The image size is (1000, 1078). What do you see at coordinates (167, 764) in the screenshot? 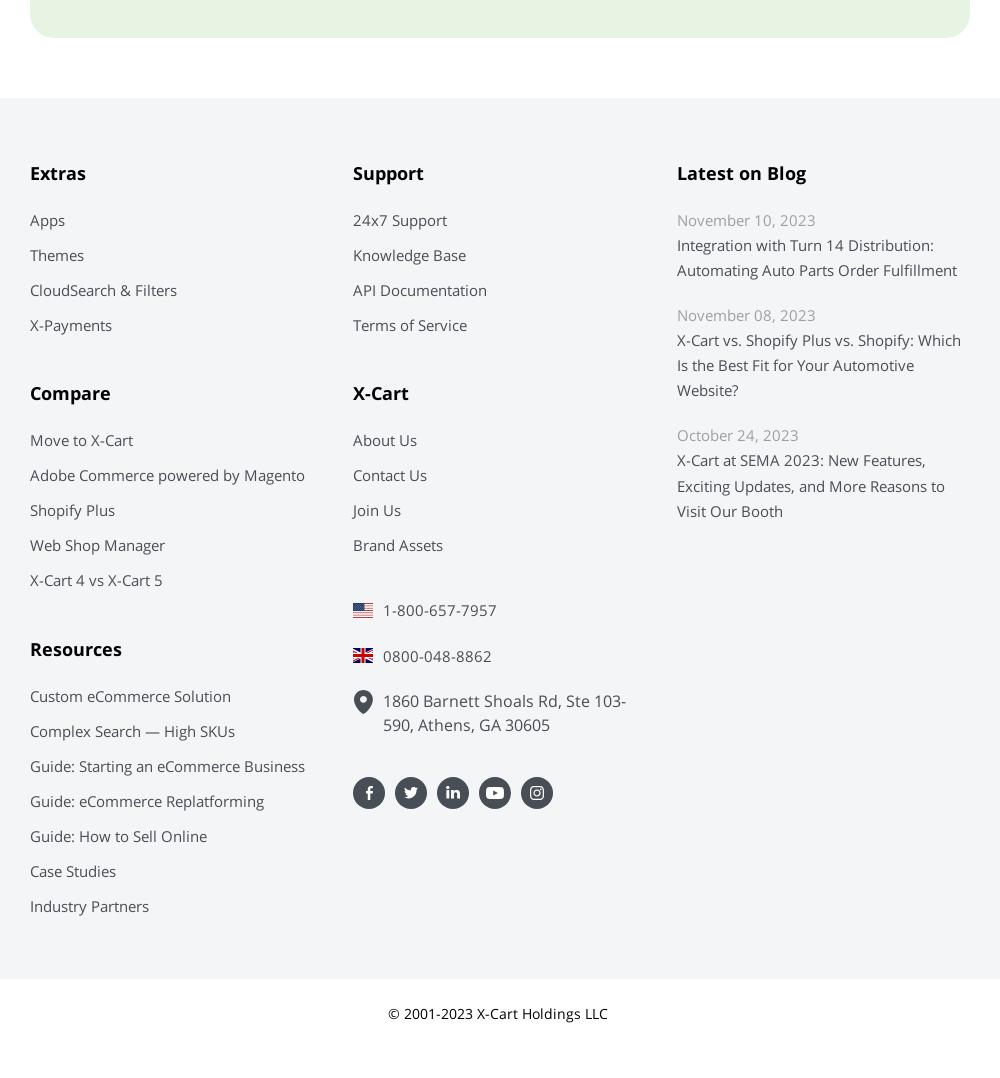
I see `'Guide: Starting an eCommerce Business'` at bounding box center [167, 764].